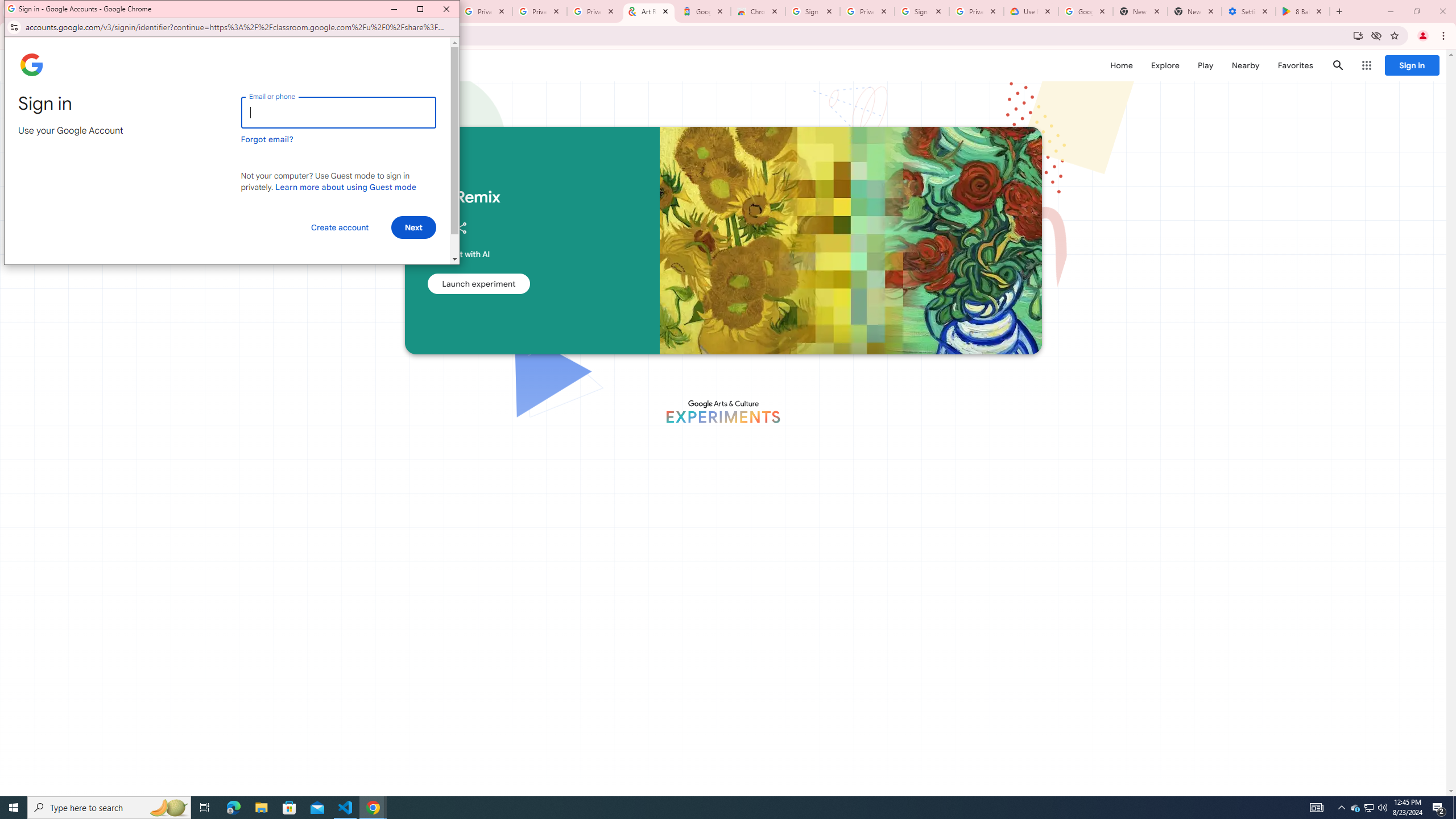  Describe the element at coordinates (1317, 806) in the screenshot. I see `'AutomationID: 4105'` at that location.